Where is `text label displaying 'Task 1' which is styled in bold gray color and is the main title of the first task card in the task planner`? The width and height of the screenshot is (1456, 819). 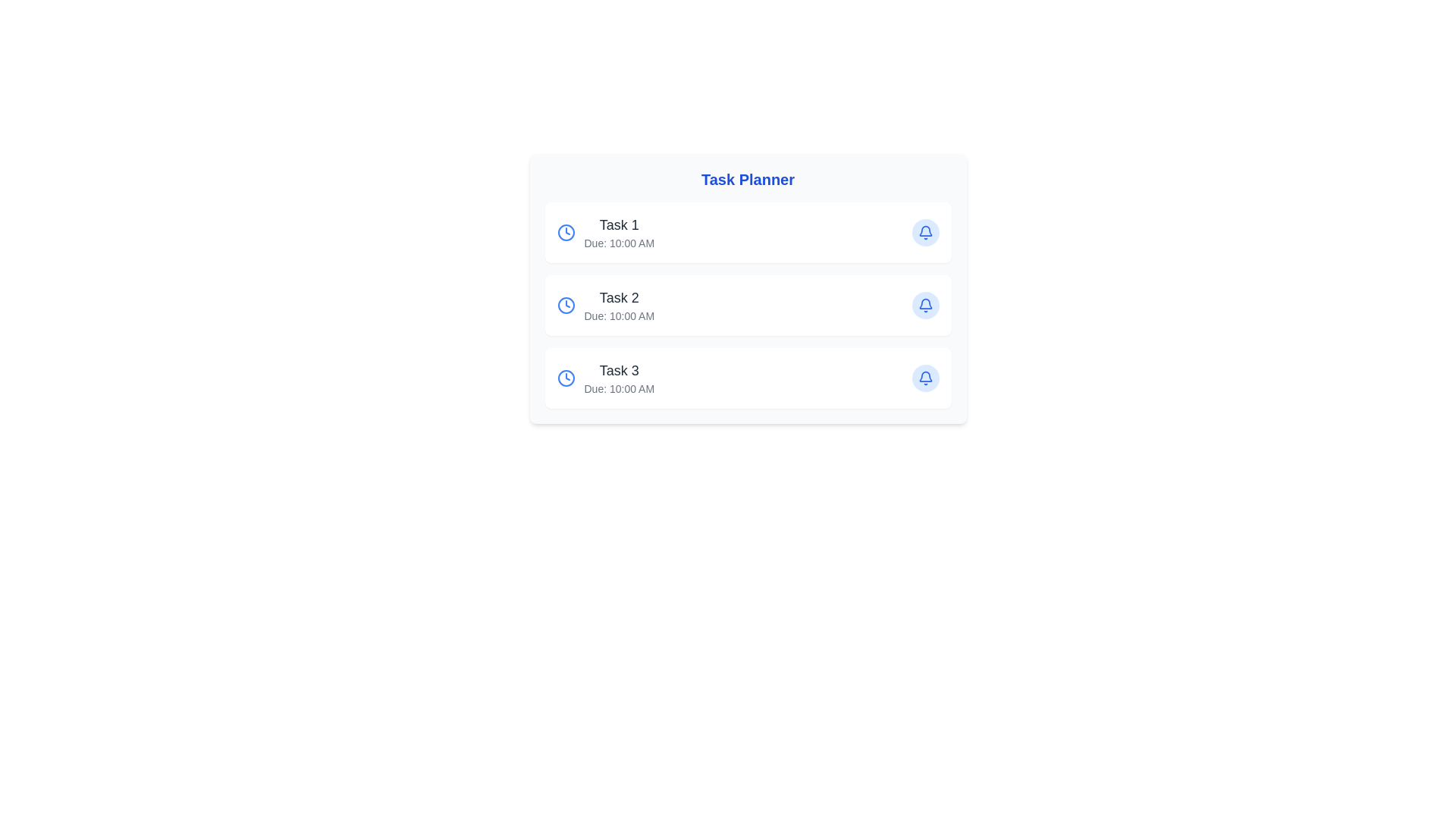 text label displaying 'Task 1' which is styled in bold gray color and is the main title of the first task card in the task planner is located at coordinates (619, 225).